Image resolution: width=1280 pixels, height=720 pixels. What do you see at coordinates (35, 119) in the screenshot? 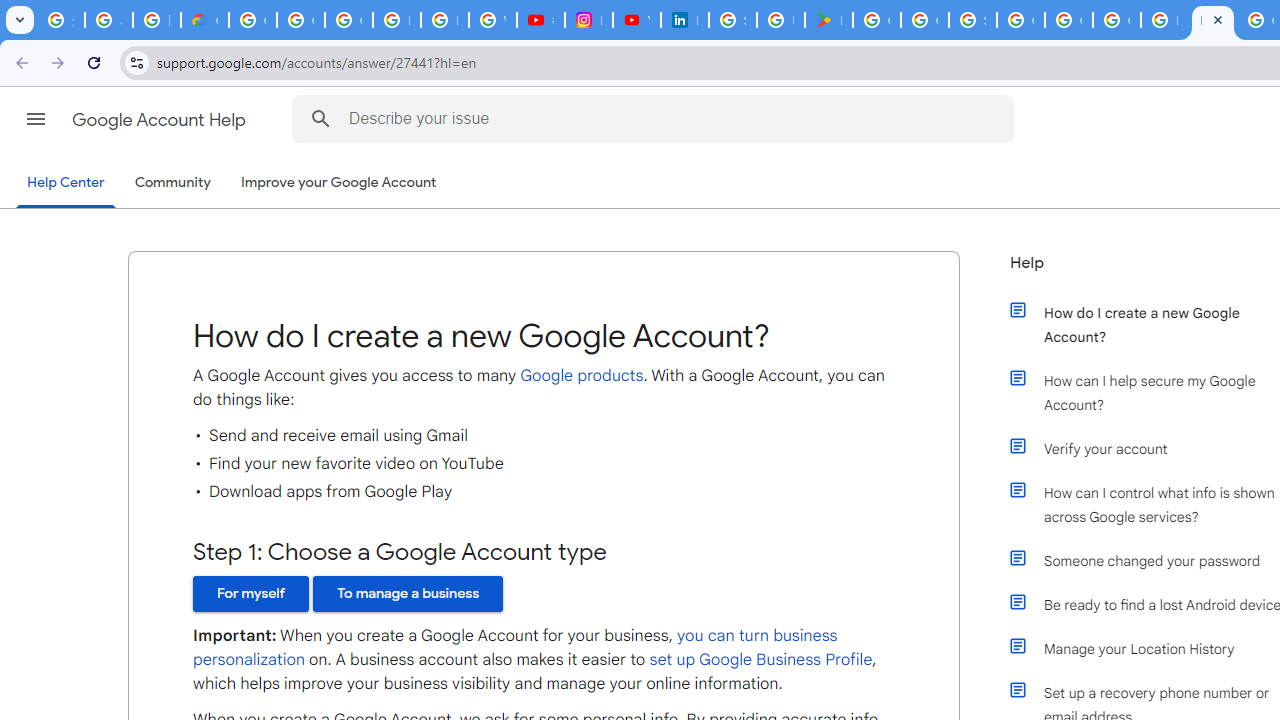
I see `'Main menu'` at bounding box center [35, 119].